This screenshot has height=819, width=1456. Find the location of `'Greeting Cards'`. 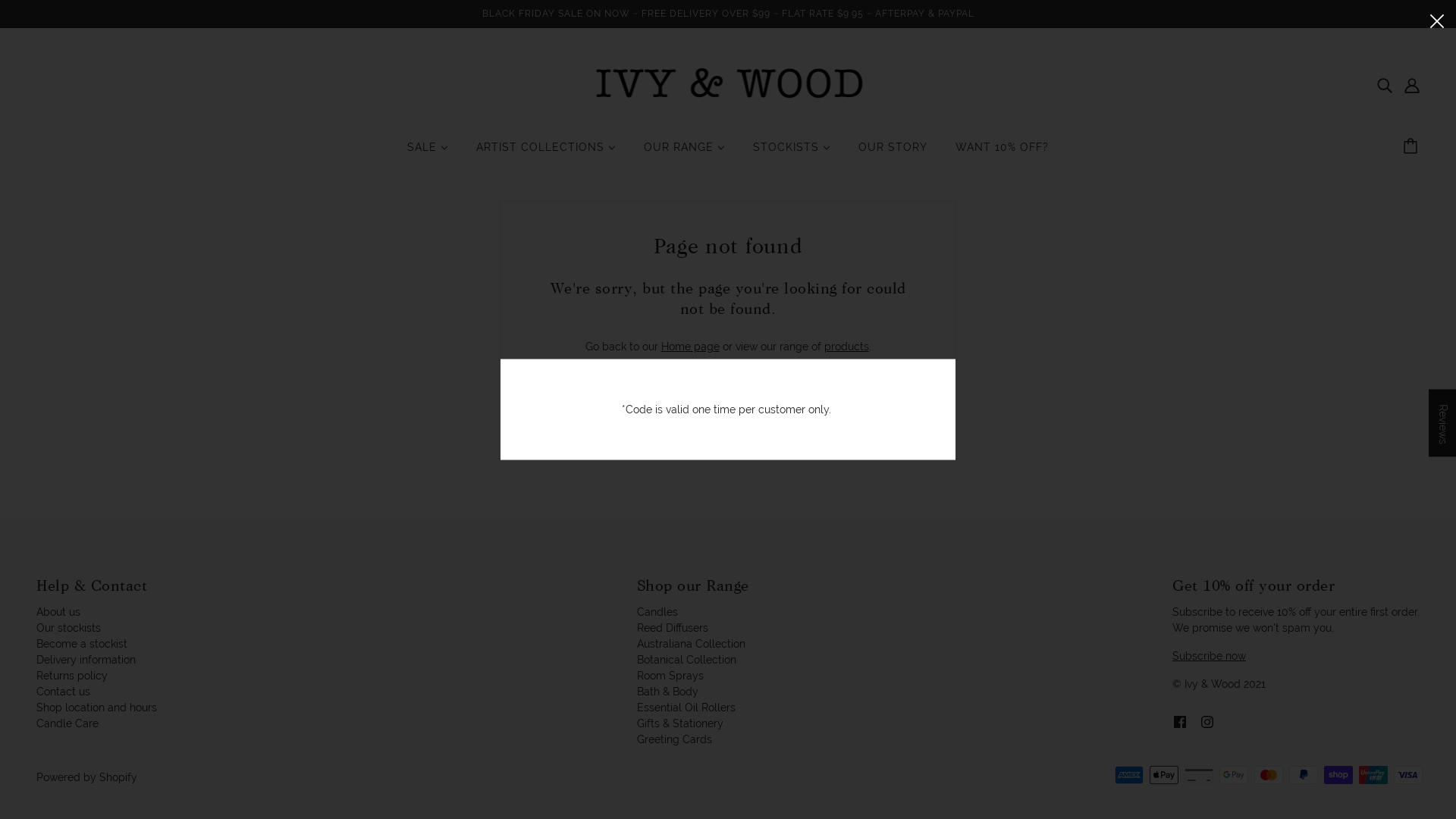

'Greeting Cards' is located at coordinates (673, 738).